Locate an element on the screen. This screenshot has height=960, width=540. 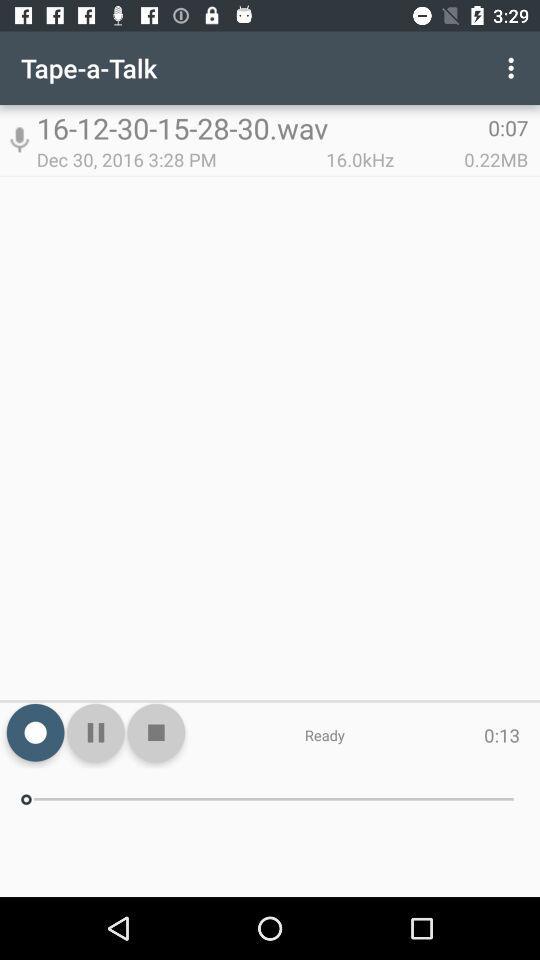
icon above the 0:07 is located at coordinates (513, 68).